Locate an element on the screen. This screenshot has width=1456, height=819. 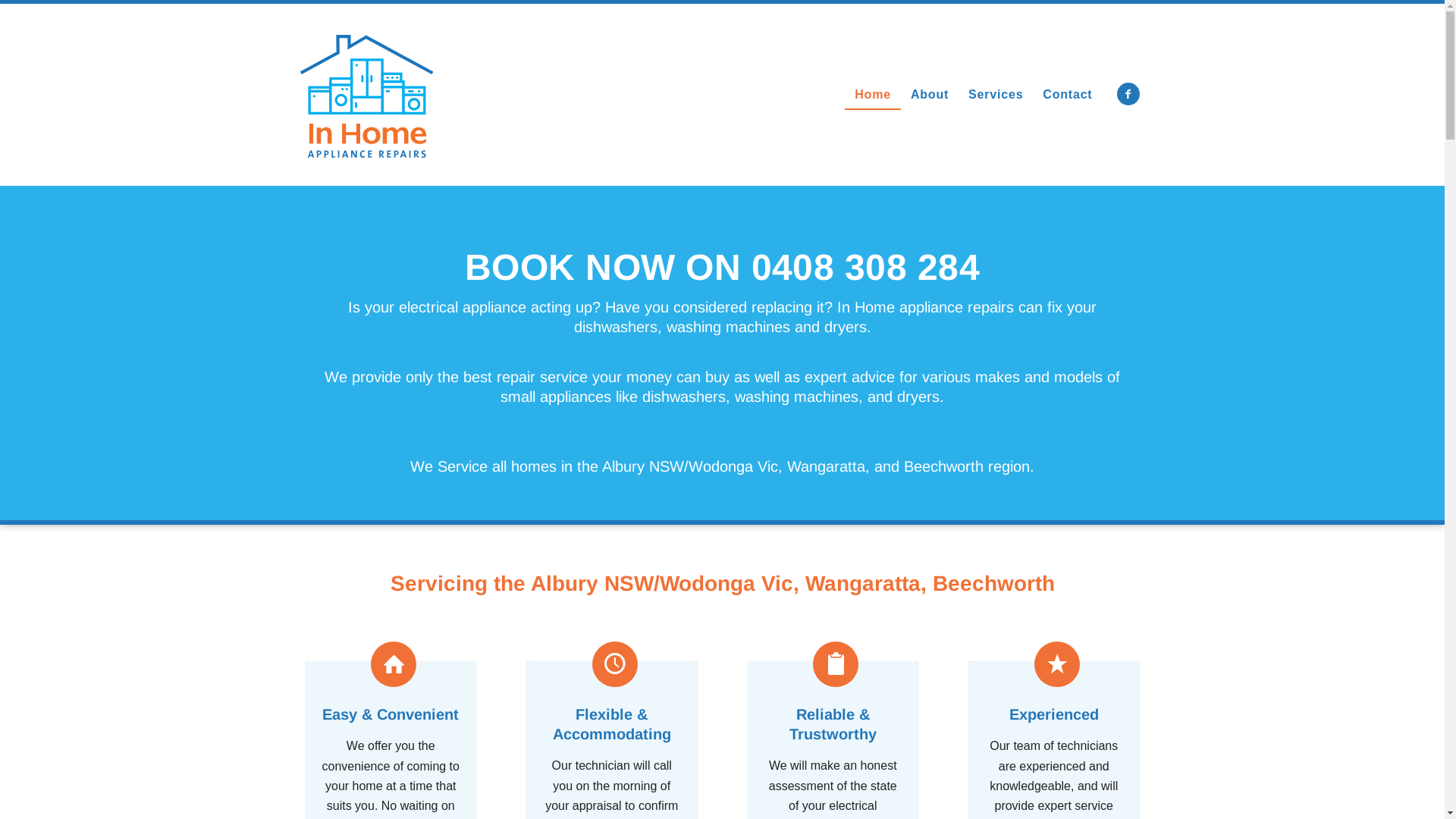
'About' is located at coordinates (901, 94).